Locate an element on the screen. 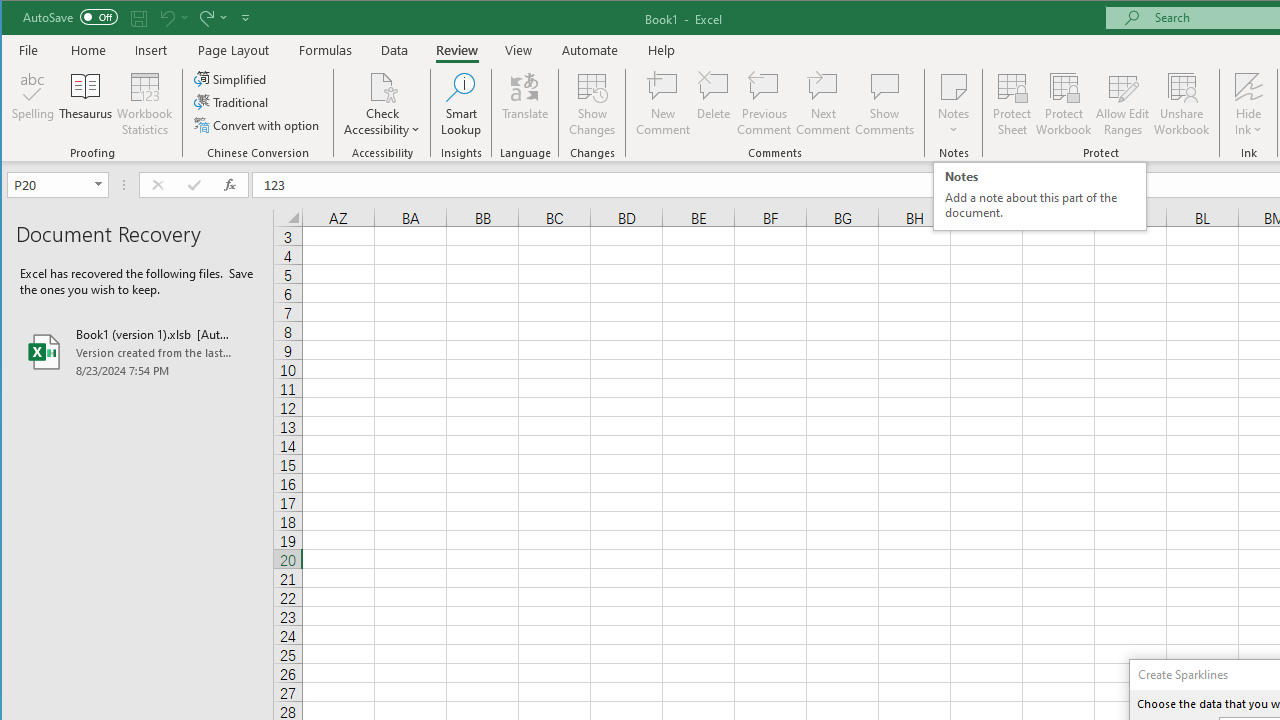 The image size is (1280, 720). 'Simplified' is located at coordinates (231, 78).